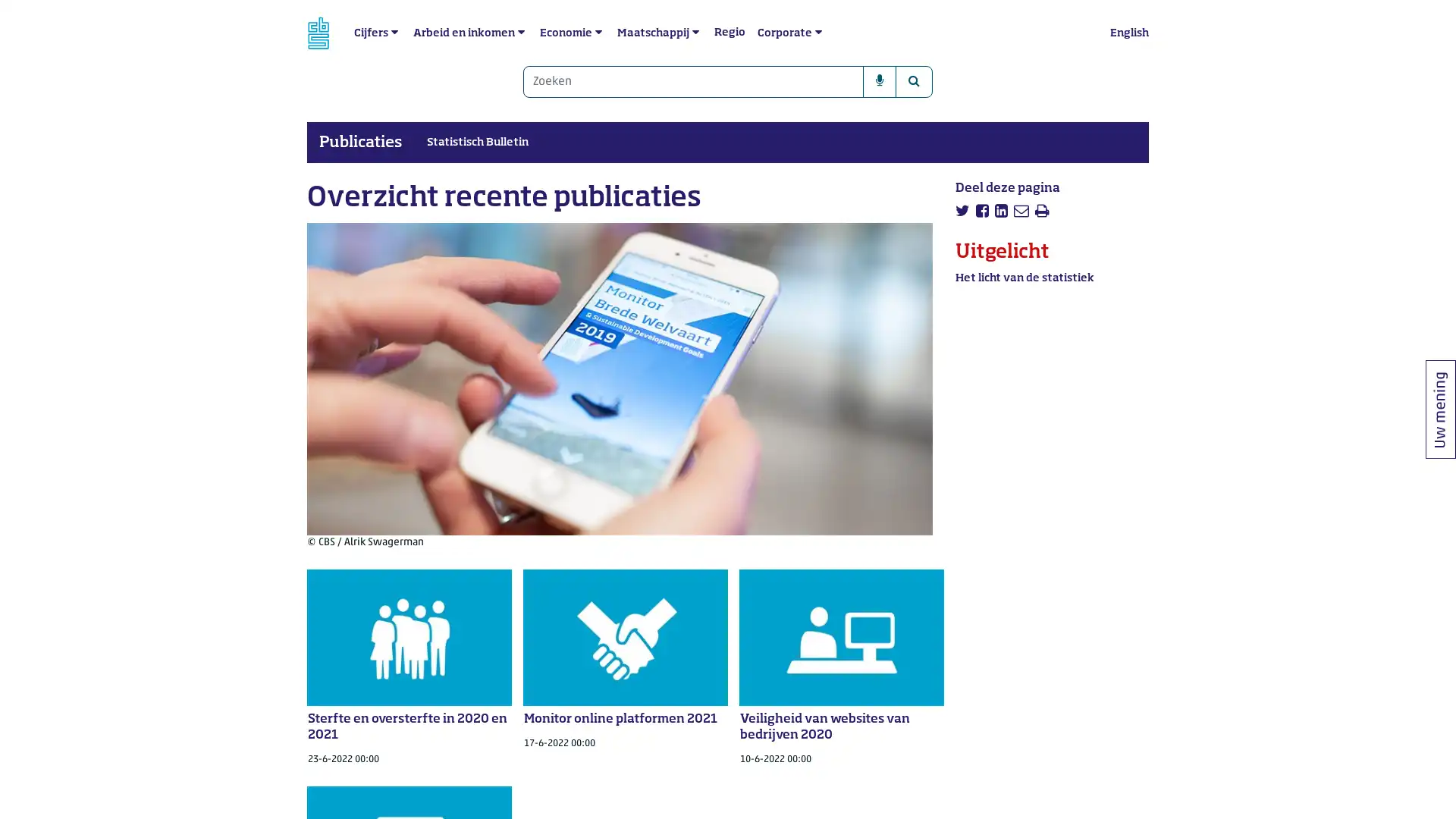 Image resolution: width=1456 pixels, height=819 pixels. What do you see at coordinates (817, 32) in the screenshot?
I see `submenu Corporate` at bounding box center [817, 32].